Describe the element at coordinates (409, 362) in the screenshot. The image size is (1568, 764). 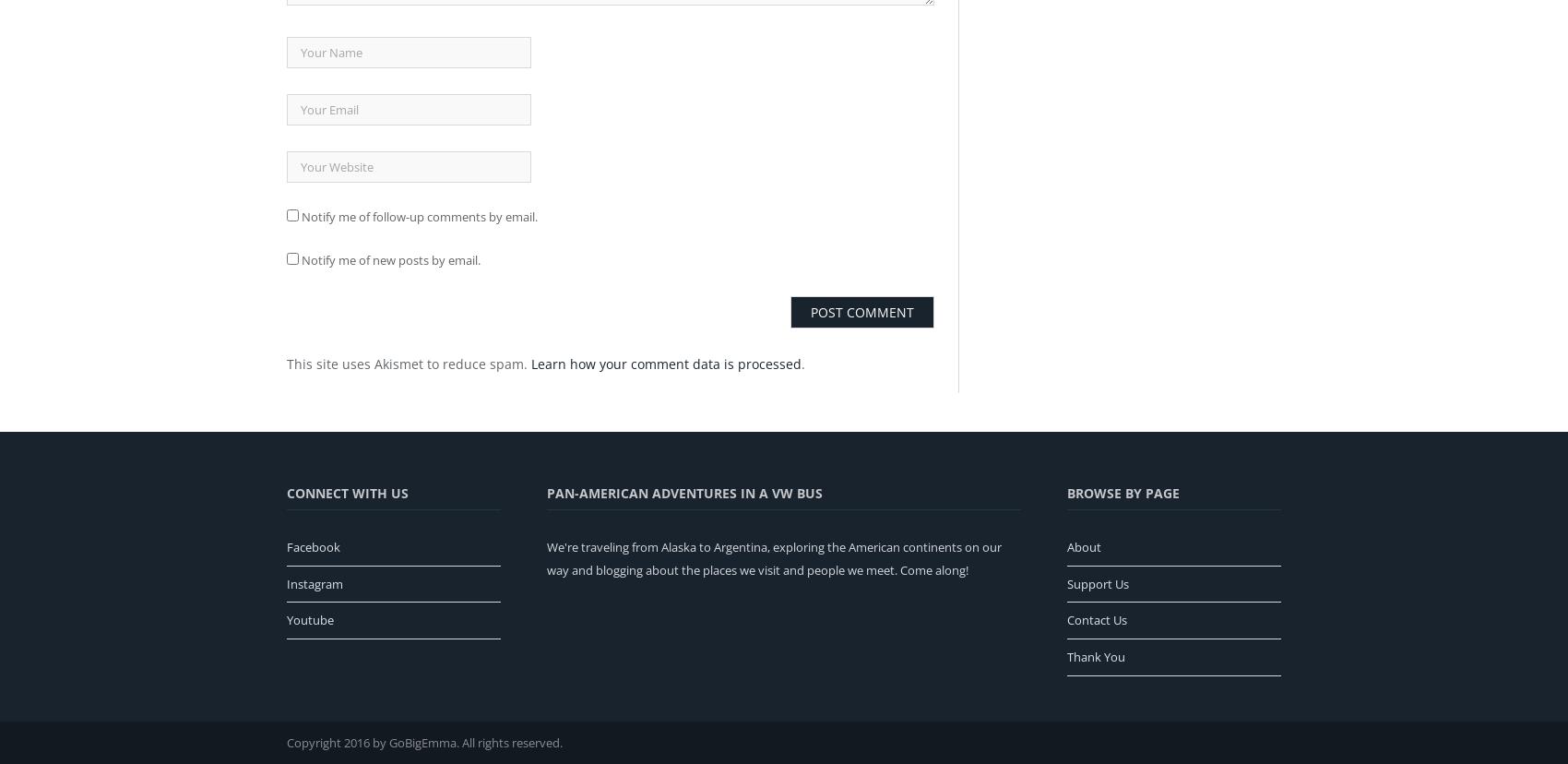
I see `'This site uses Akismet to reduce spam.'` at that location.